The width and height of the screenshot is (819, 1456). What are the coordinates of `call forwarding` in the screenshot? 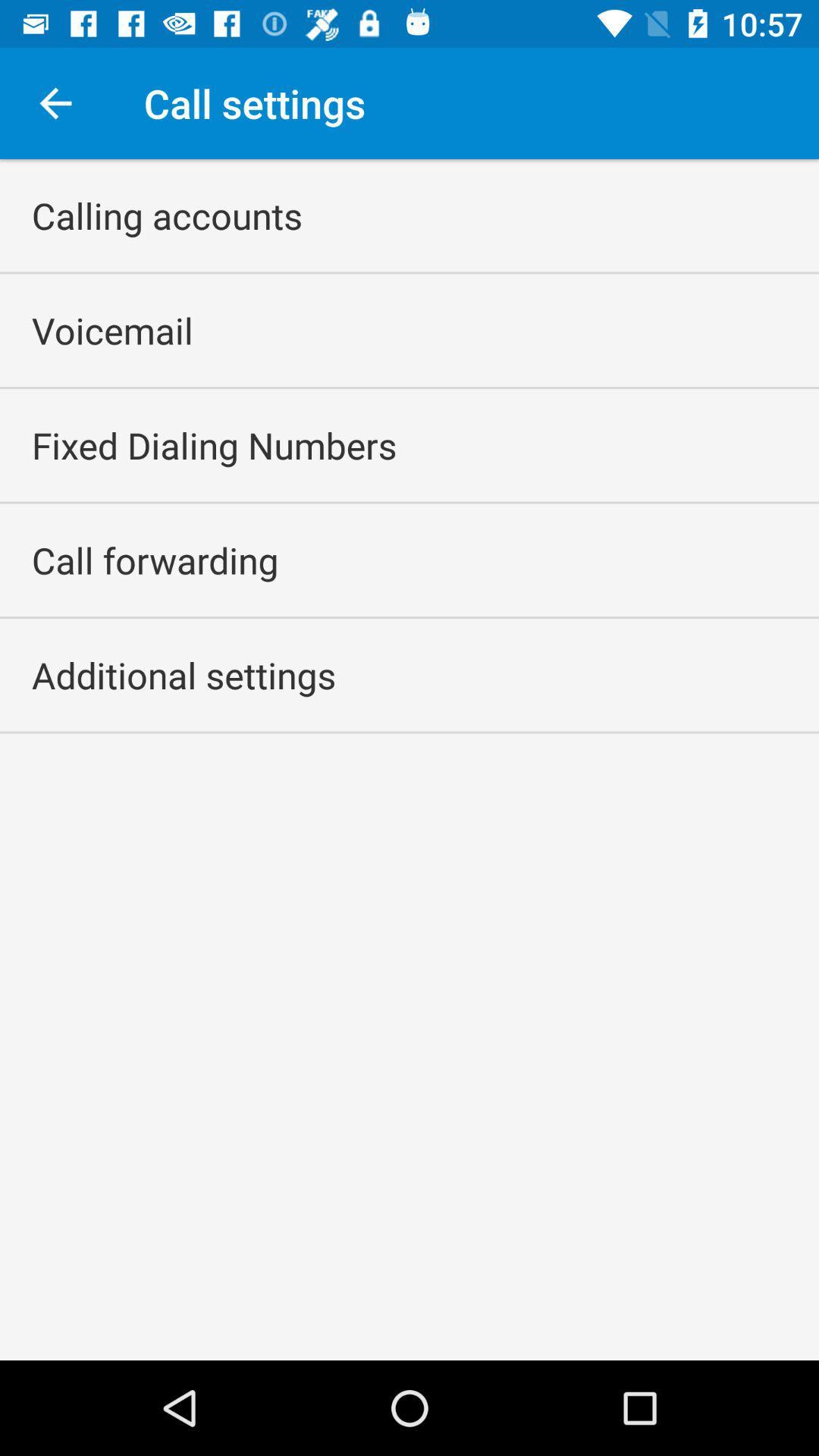 It's located at (155, 559).